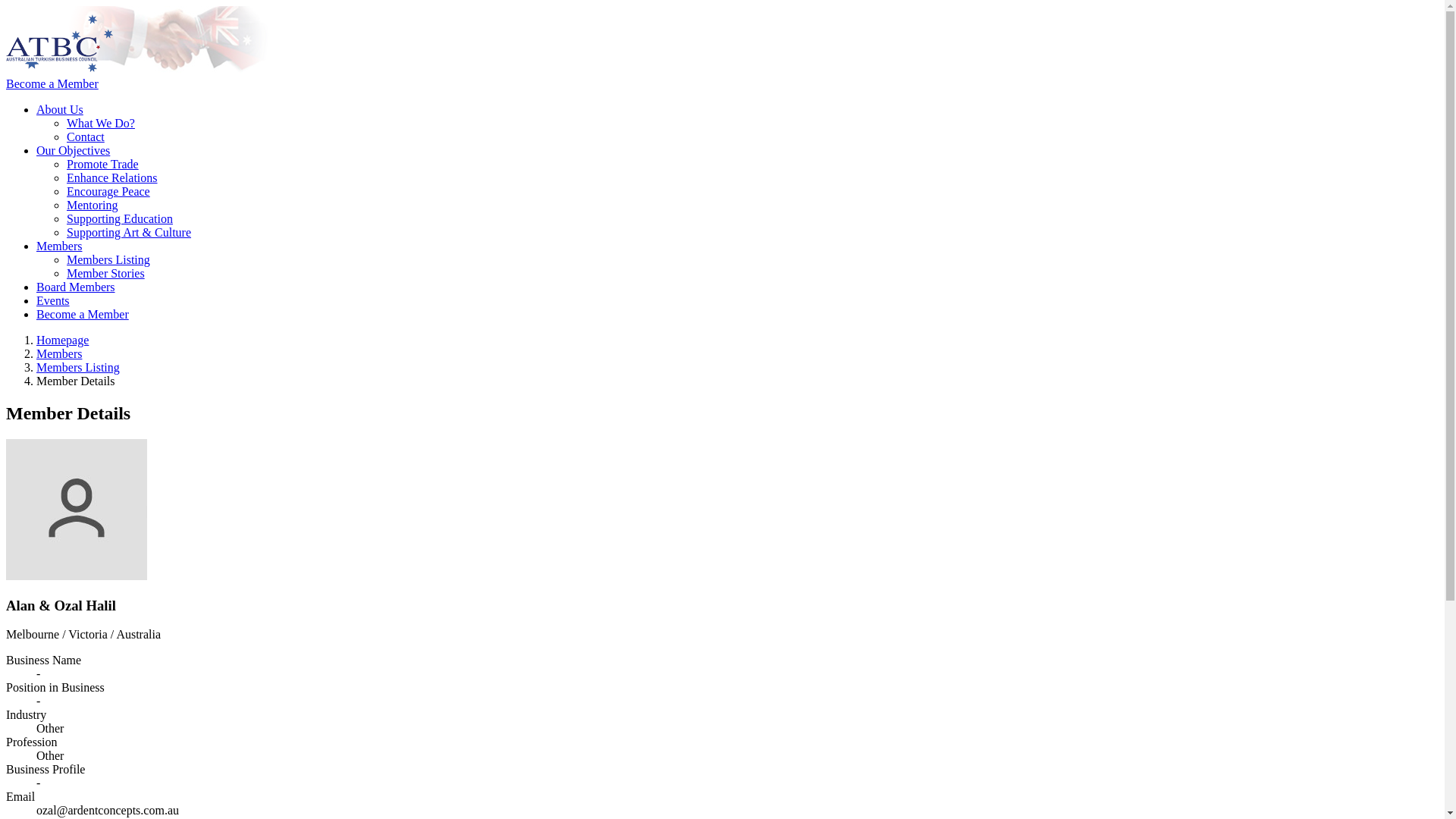 The height and width of the screenshot is (819, 1456). What do you see at coordinates (91, 205) in the screenshot?
I see `'Mentoring'` at bounding box center [91, 205].